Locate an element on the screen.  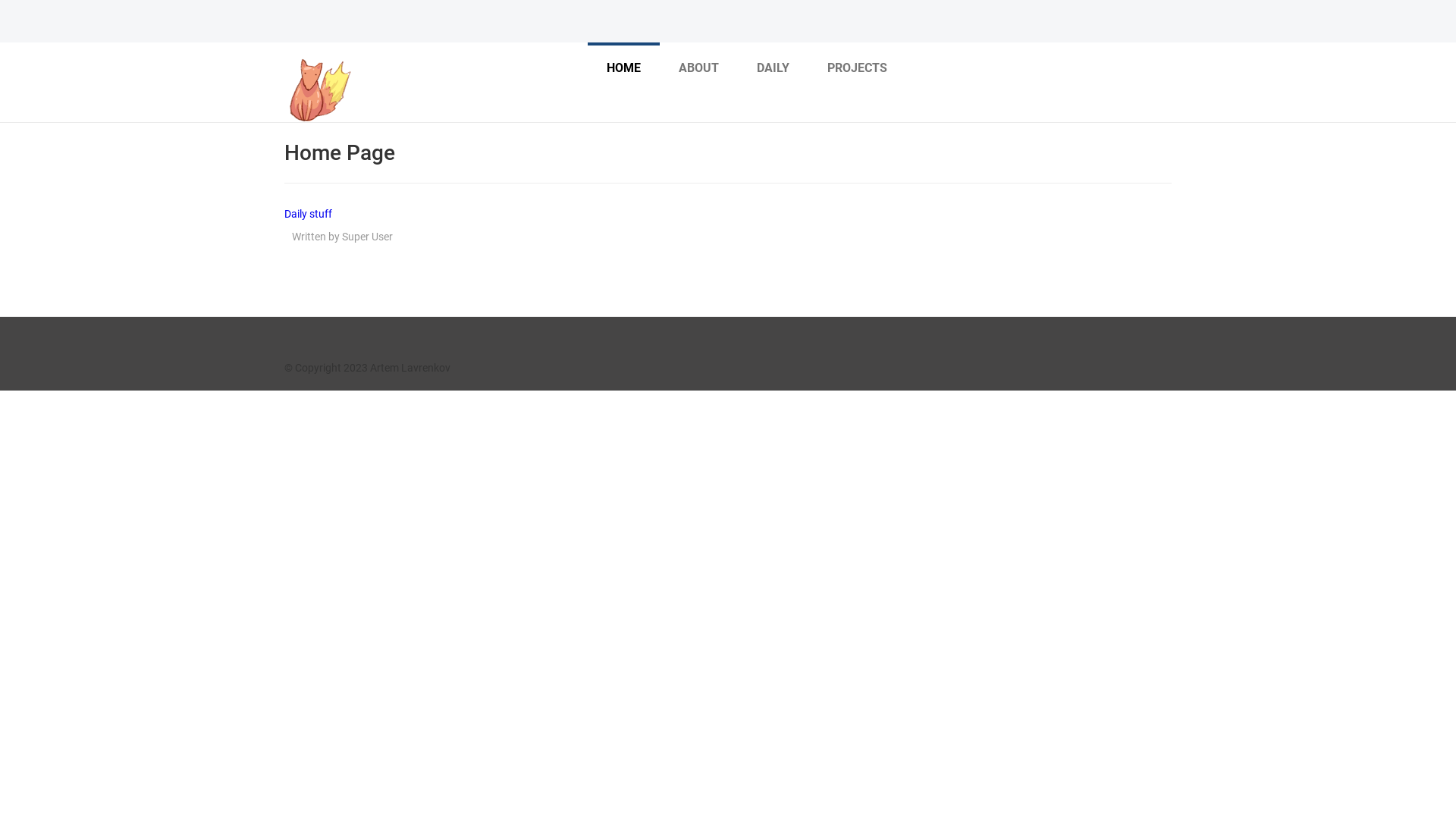
'ABOUT' is located at coordinates (698, 66).